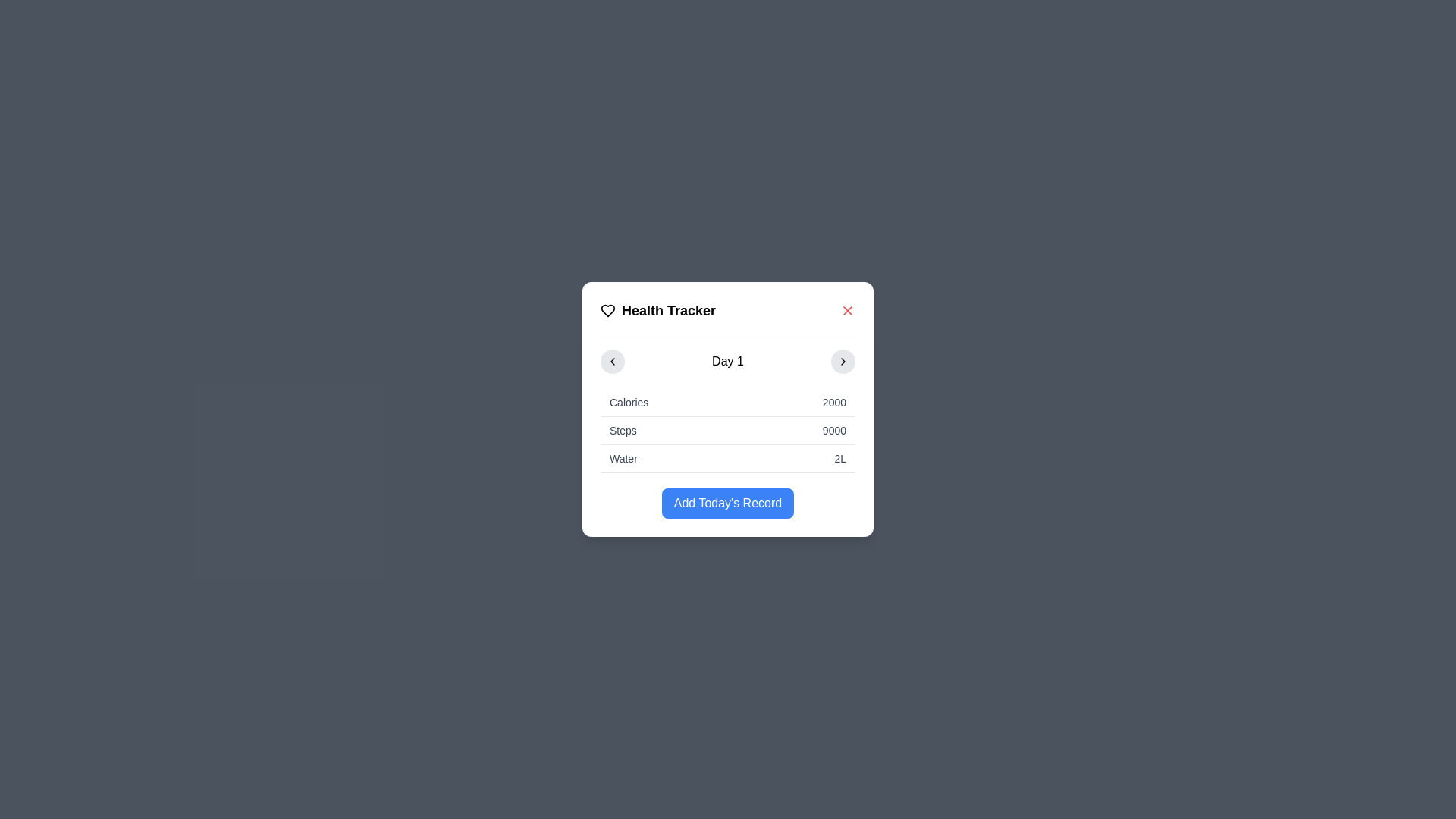 This screenshot has height=819, width=1456. Describe the element at coordinates (728, 503) in the screenshot. I see `the 'Add Record' button located at the bottom center of the 'Health Tracker' modal` at that location.